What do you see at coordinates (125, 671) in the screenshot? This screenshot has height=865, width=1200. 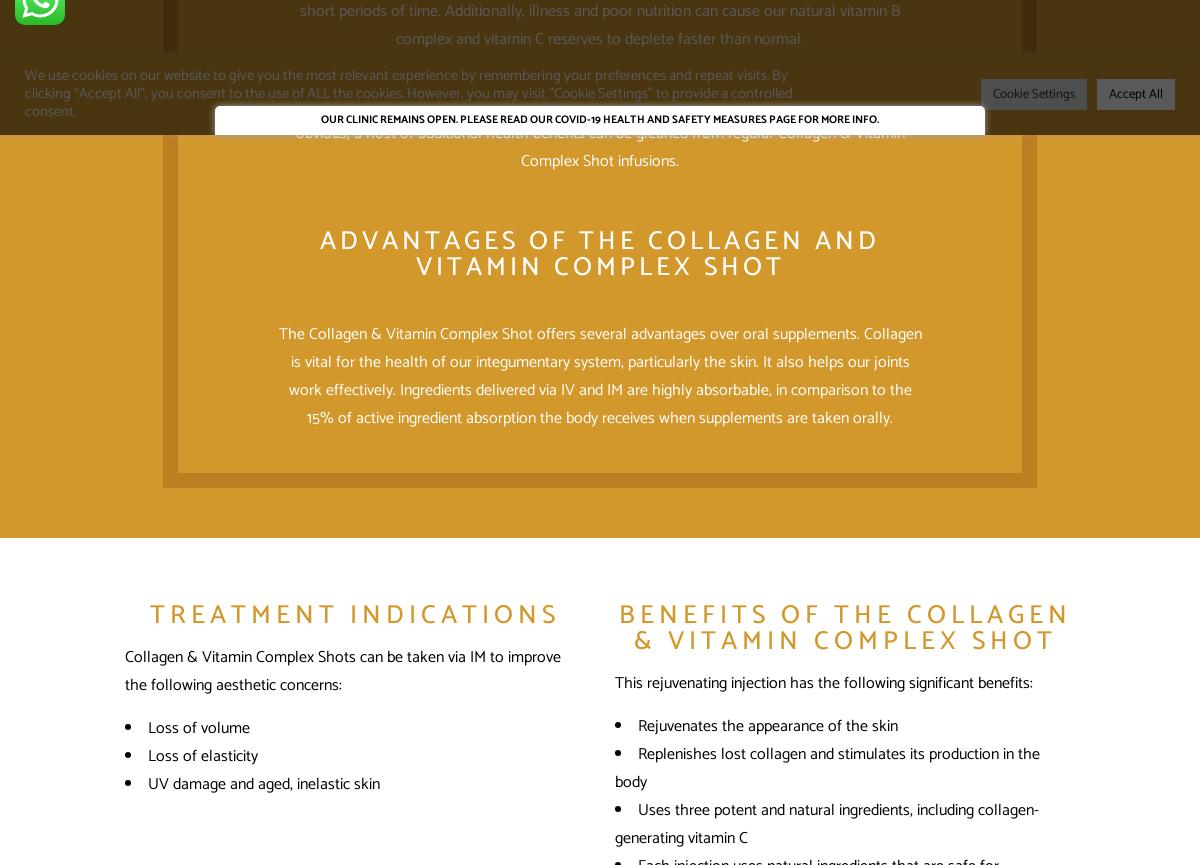 I see `'Collagen & Vitamin Complex Shots can be taken via IM to improve the following aesthetic concerns:'` at bounding box center [125, 671].